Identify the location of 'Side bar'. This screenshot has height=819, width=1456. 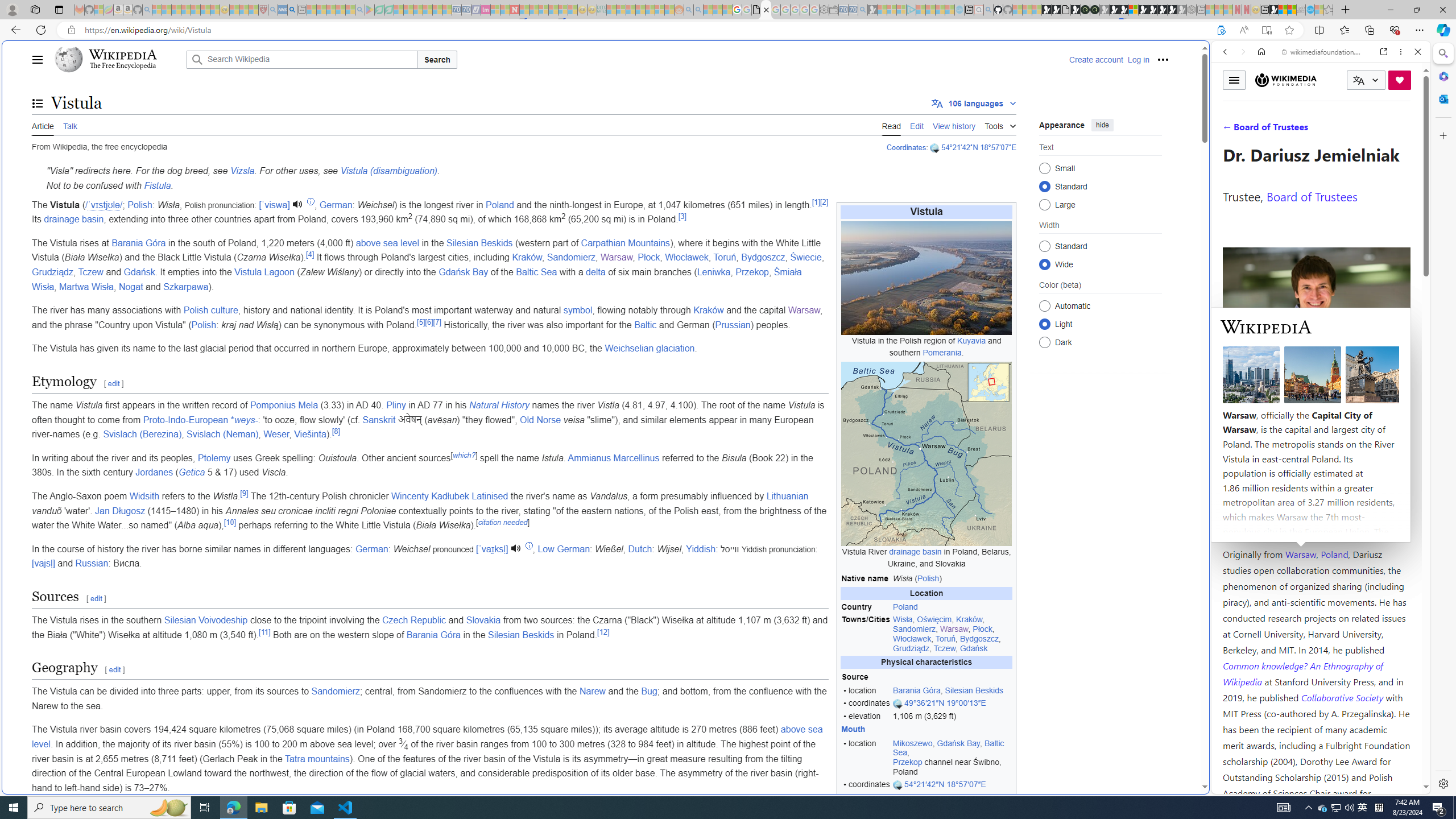
(1443, 418).